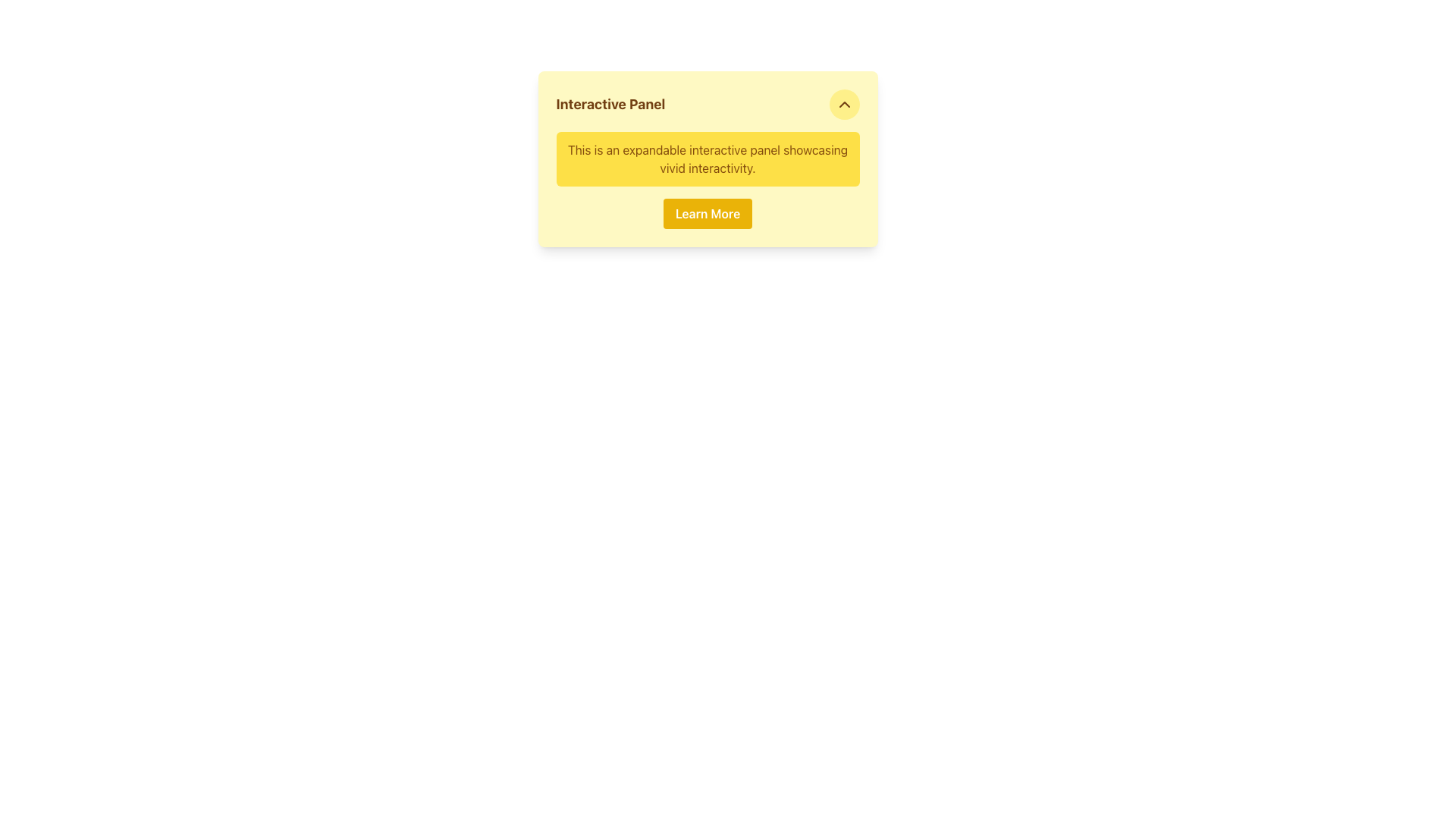  What do you see at coordinates (843, 104) in the screenshot?
I see `the circular button with a yellow background and an up-arrow icon located at the top-right corner of the 'Interactive Panel'` at bounding box center [843, 104].